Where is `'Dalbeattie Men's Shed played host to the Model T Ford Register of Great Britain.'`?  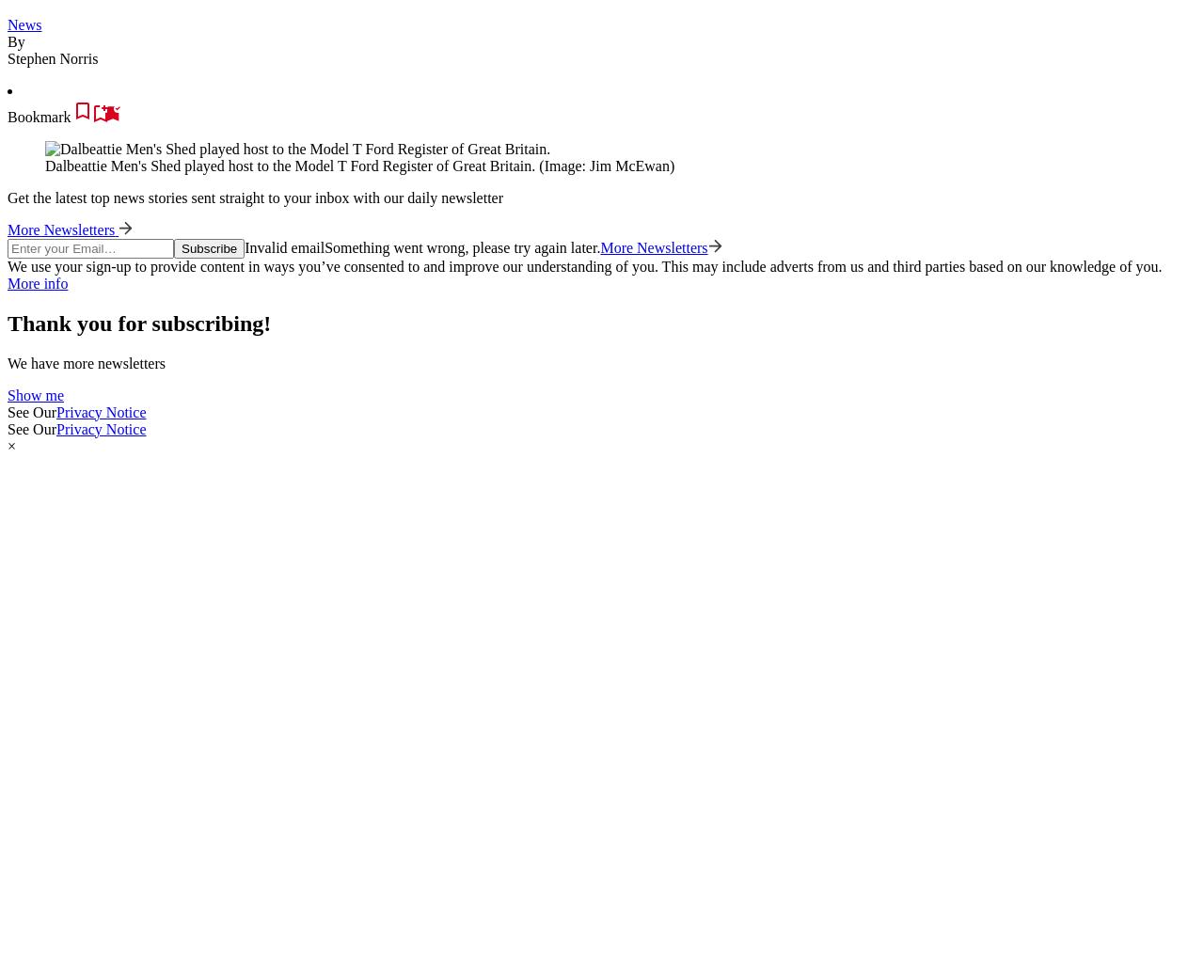 'Dalbeattie Men's Shed played host to the Model T Ford Register of Great Britain.' is located at coordinates (289, 164).